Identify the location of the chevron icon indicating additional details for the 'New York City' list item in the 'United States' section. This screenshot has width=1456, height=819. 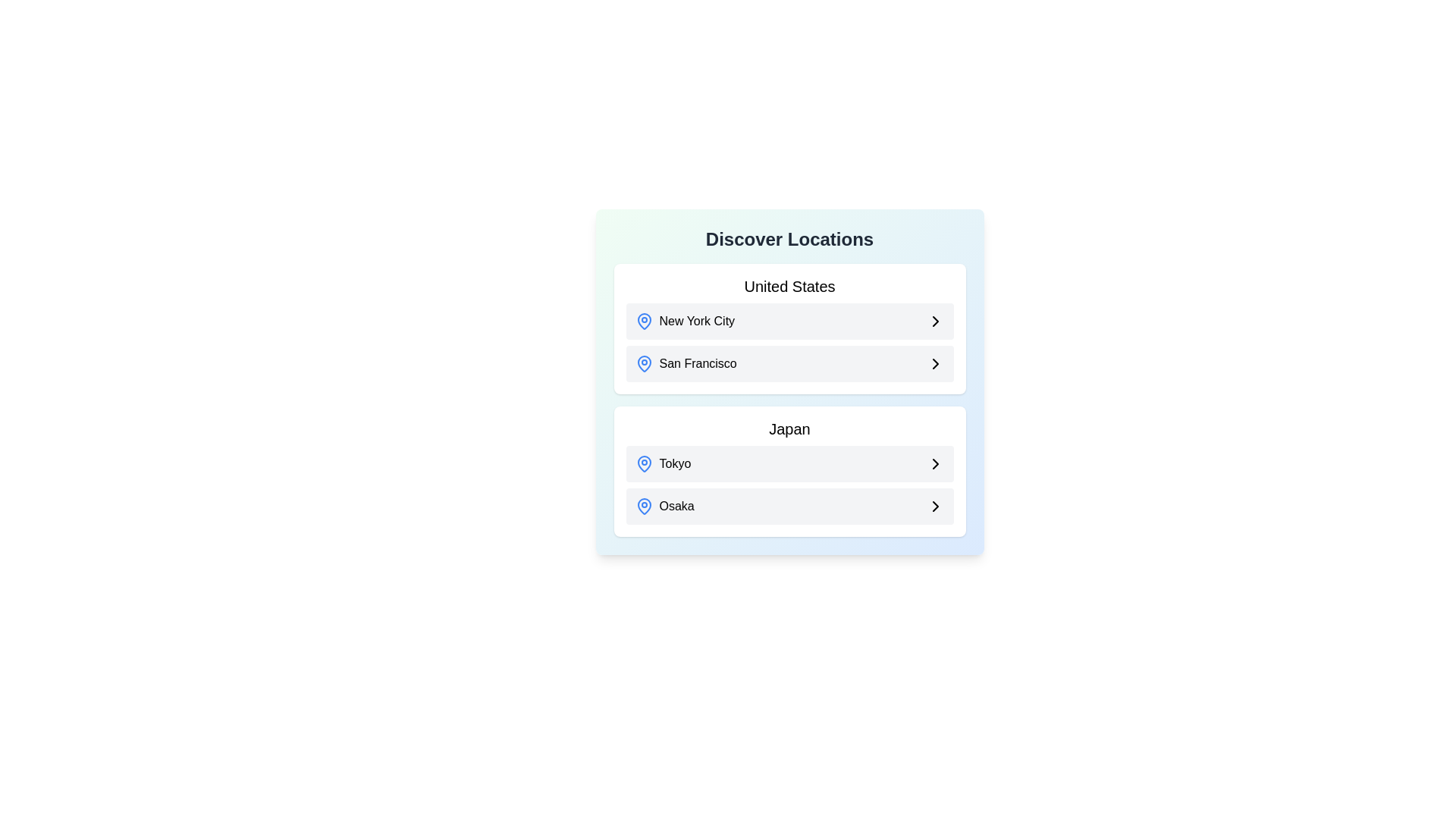
(934, 321).